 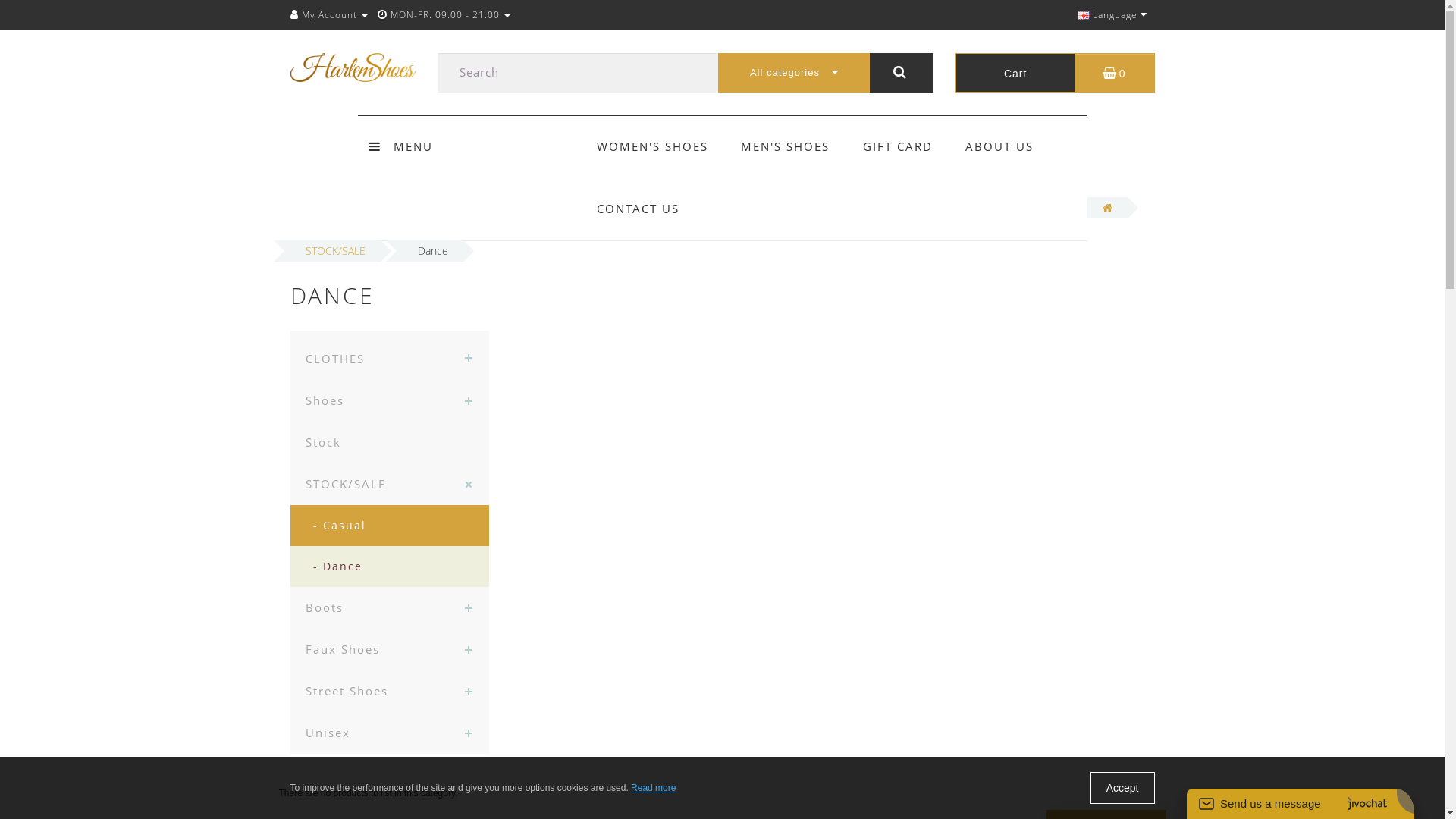 What do you see at coordinates (327, 14) in the screenshot?
I see `'My Account'` at bounding box center [327, 14].